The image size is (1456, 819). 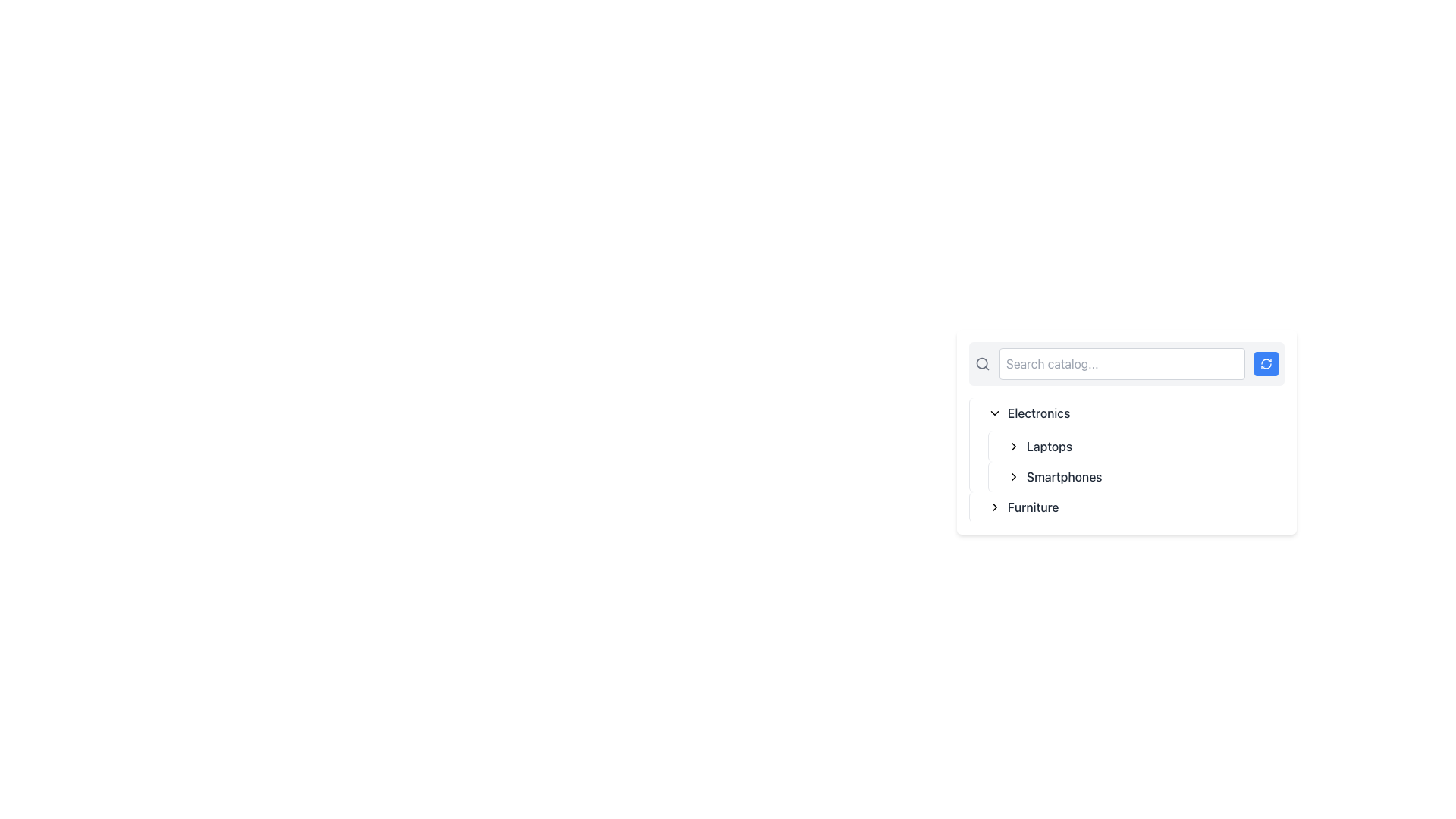 What do you see at coordinates (1014, 446) in the screenshot?
I see `the chevron icon to the right of the 'Electronics' and 'Furniture' list items` at bounding box center [1014, 446].